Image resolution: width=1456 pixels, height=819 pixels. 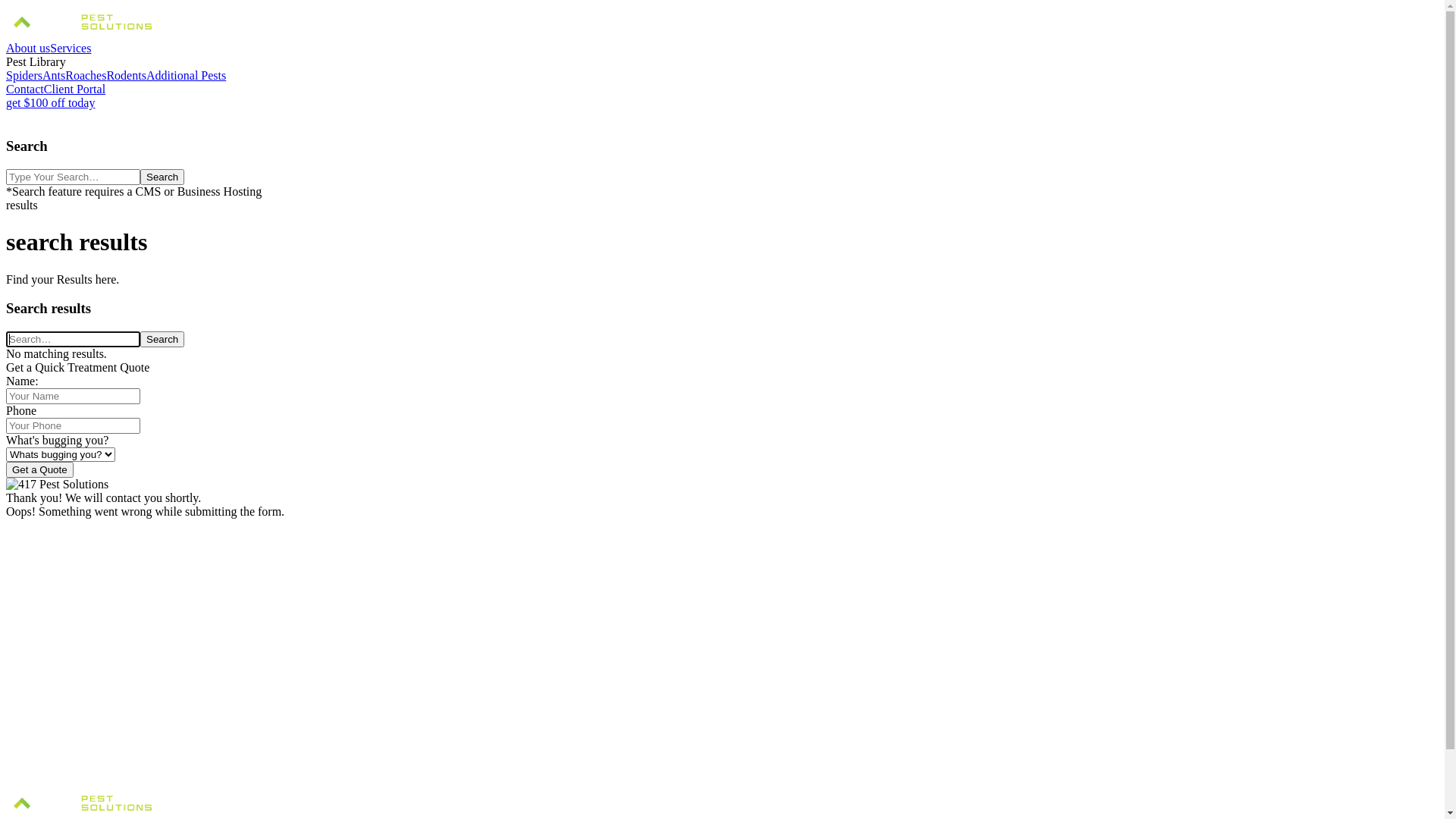 What do you see at coordinates (50, 102) in the screenshot?
I see `'get $100 off today'` at bounding box center [50, 102].